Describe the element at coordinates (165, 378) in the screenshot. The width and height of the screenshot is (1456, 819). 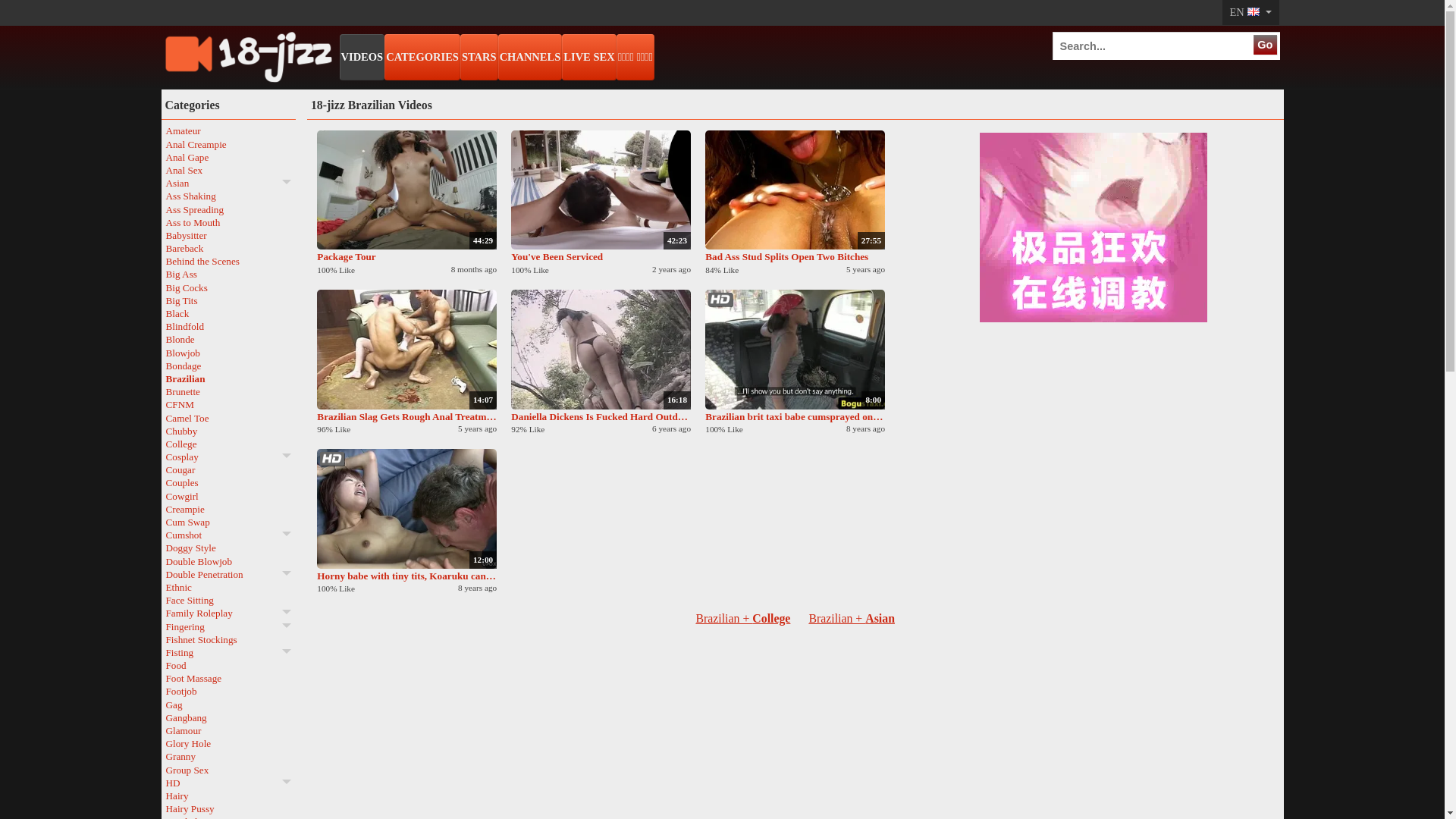
I see `'Brazilian'` at that location.